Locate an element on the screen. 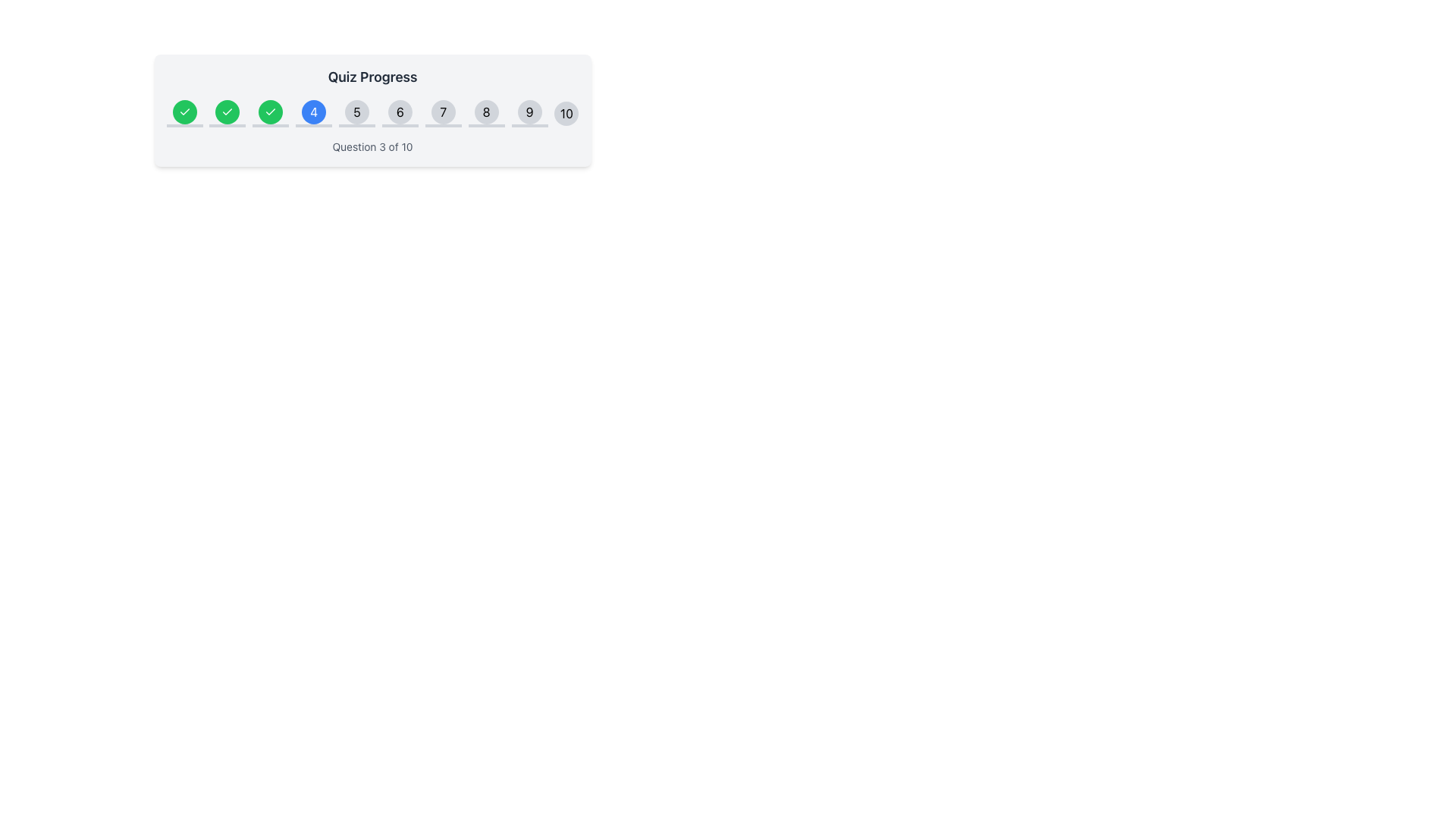 Image resolution: width=1456 pixels, height=819 pixels. the third circular icon in the quiz progress bar is located at coordinates (271, 111).